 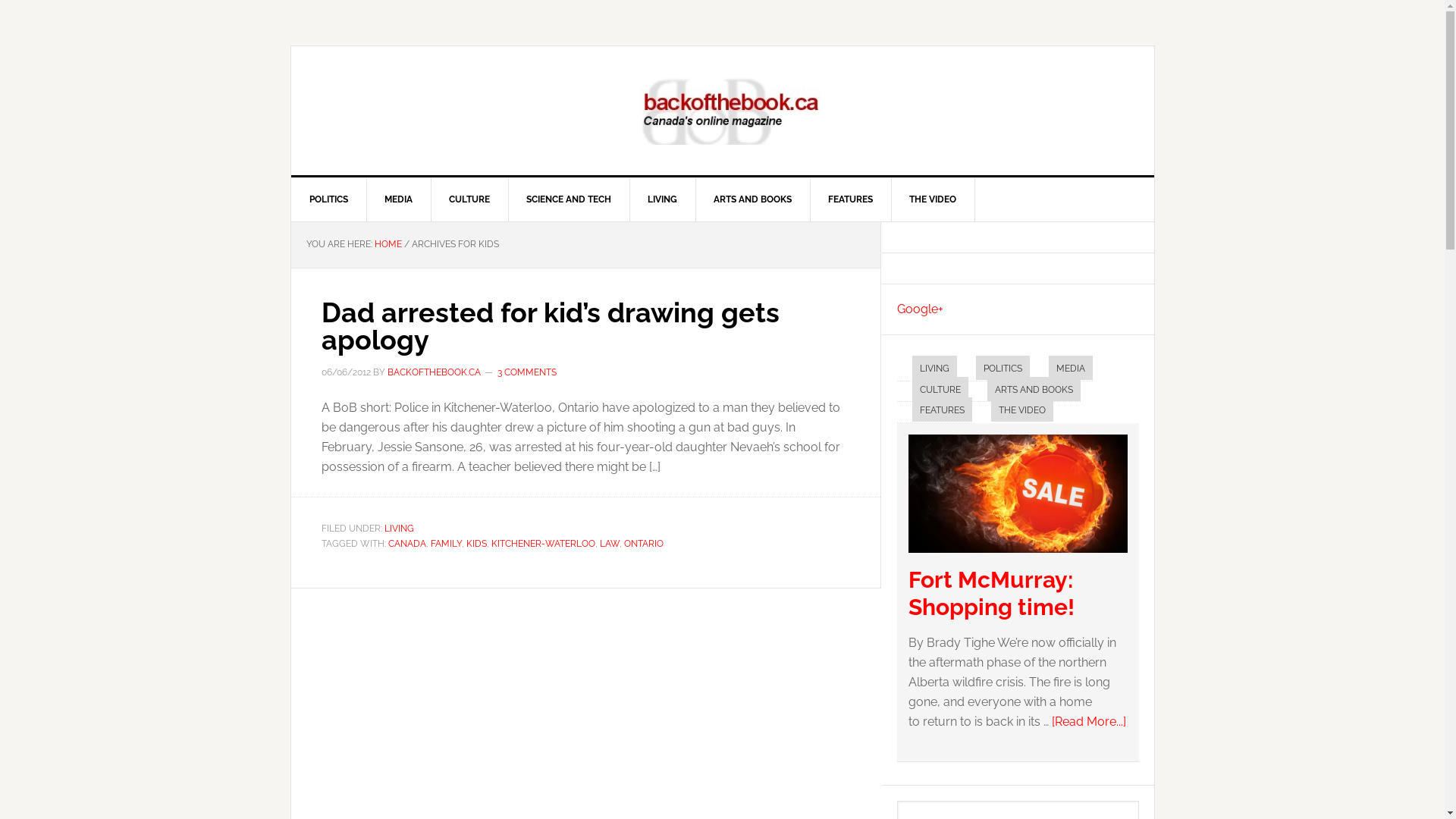 I want to click on 'SCIENCE AND TECH', so click(x=568, y=198).